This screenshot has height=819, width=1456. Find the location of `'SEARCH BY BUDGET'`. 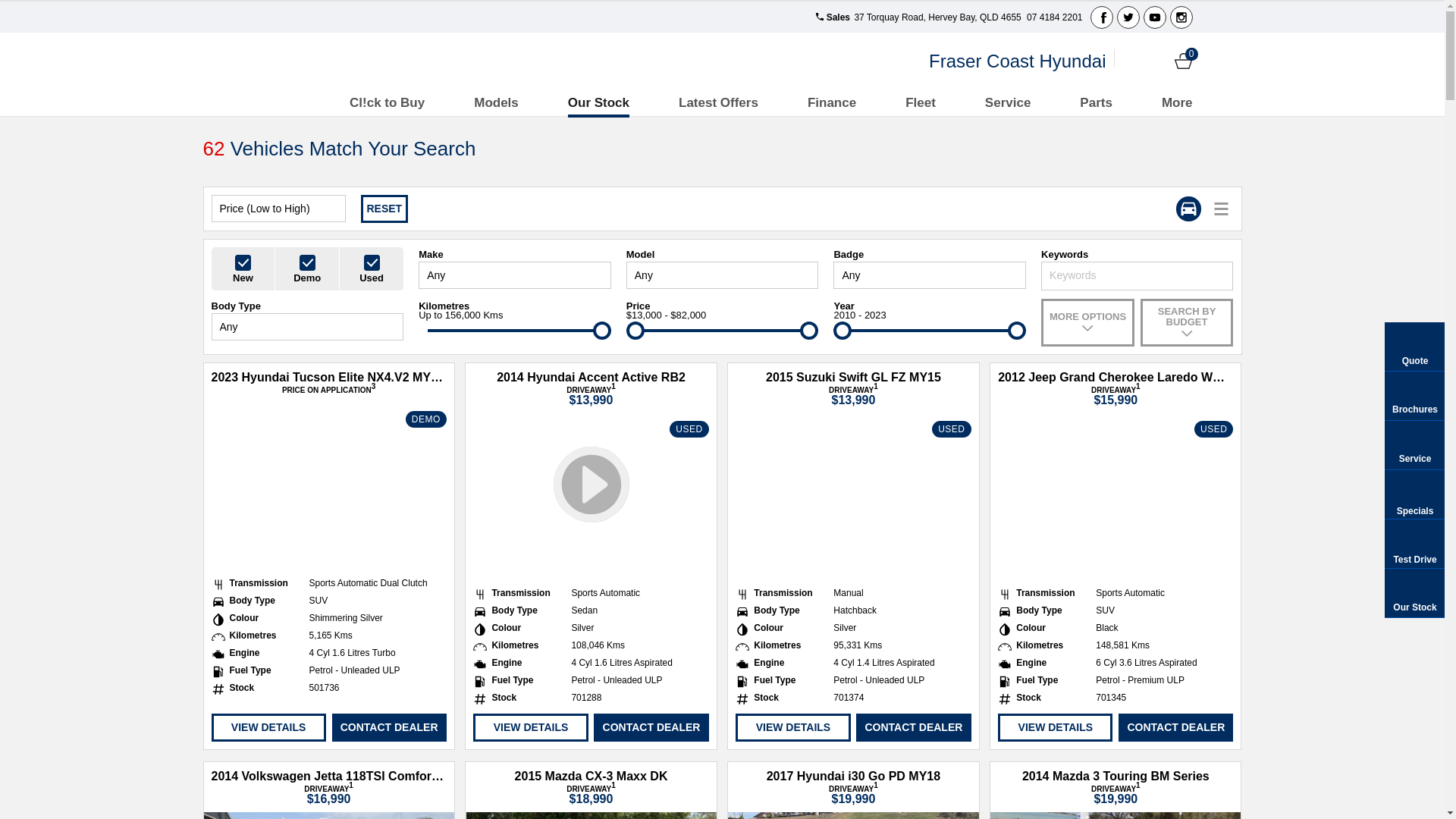

'SEARCH BY BUDGET' is located at coordinates (1186, 322).